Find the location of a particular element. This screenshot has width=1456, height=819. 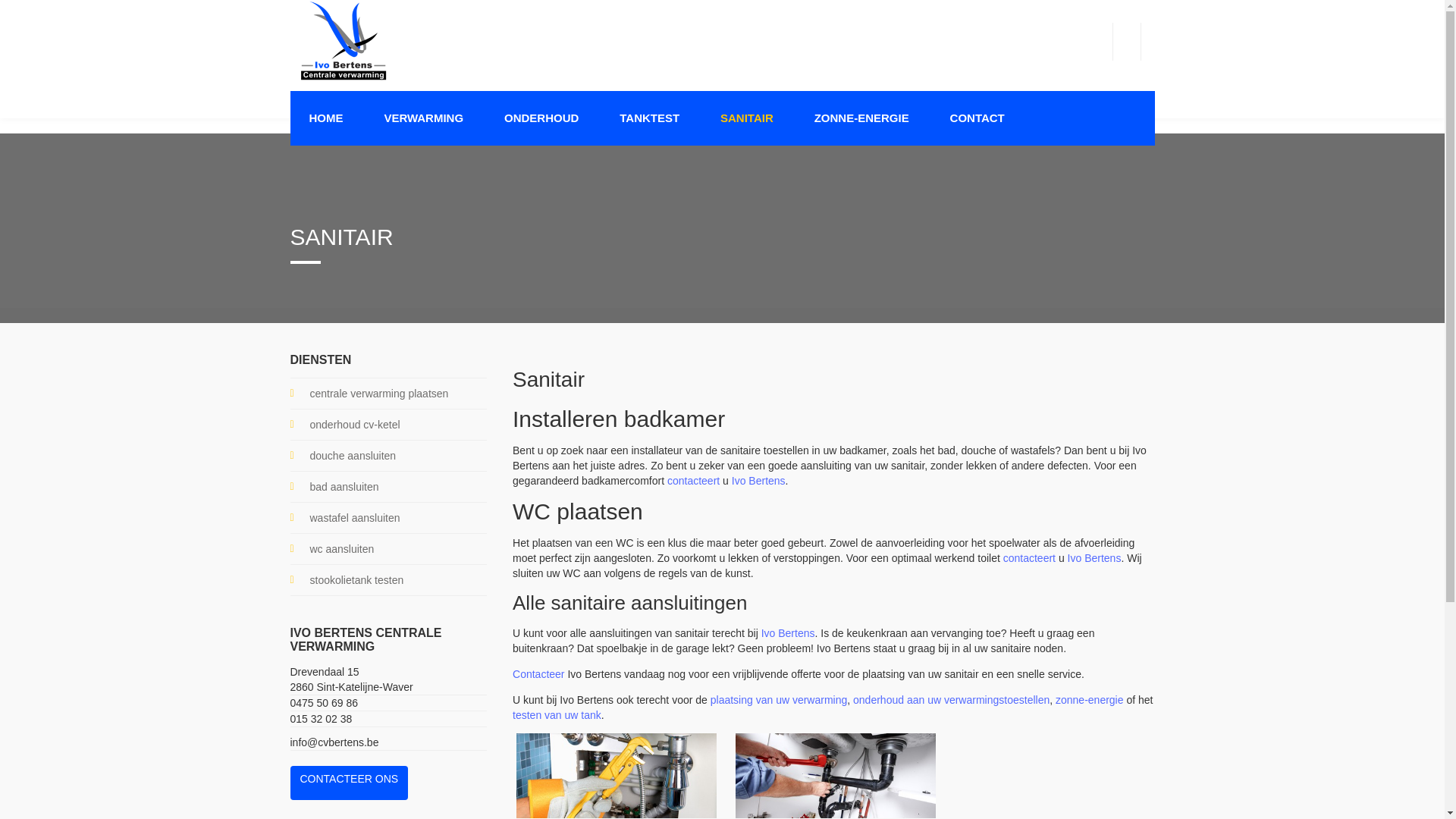

'bad aansluiten' is located at coordinates (388, 486).